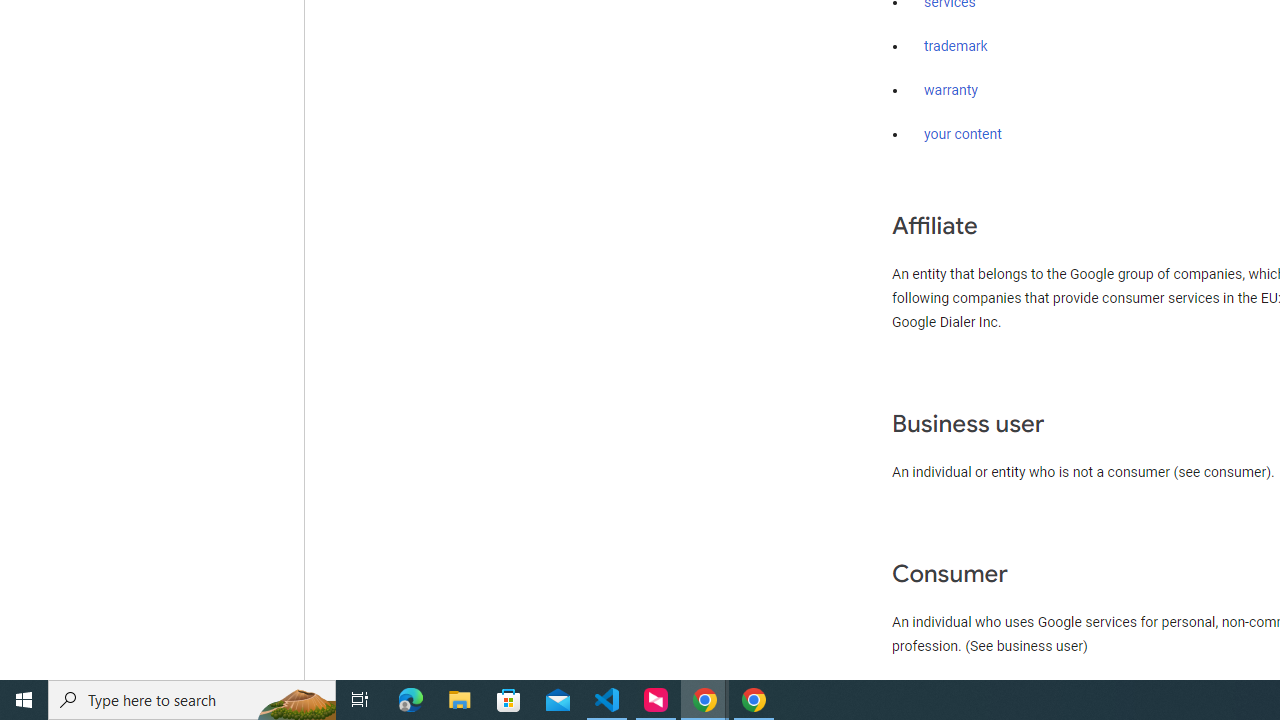 The height and width of the screenshot is (720, 1280). Describe the element at coordinates (963, 135) in the screenshot. I see `'your content'` at that location.